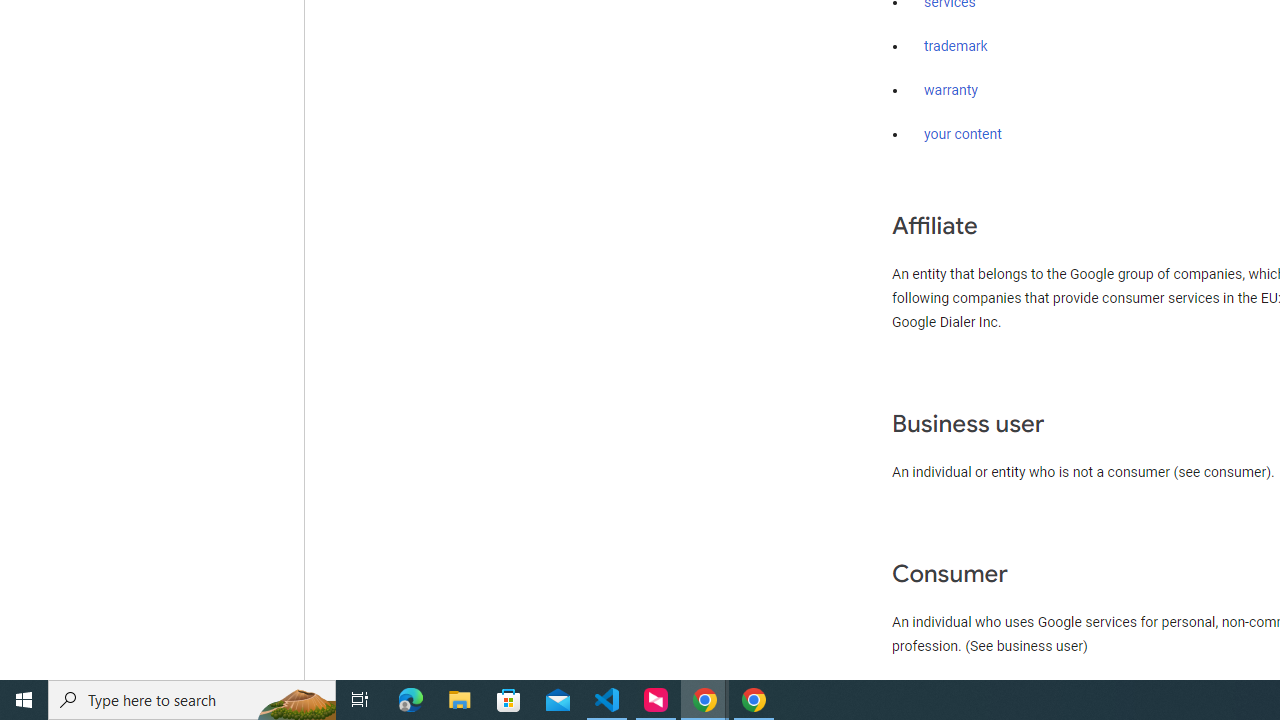 The height and width of the screenshot is (720, 1280). Describe the element at coordinates (963, 135) in the screenshot. I see `'your content'` at that location.